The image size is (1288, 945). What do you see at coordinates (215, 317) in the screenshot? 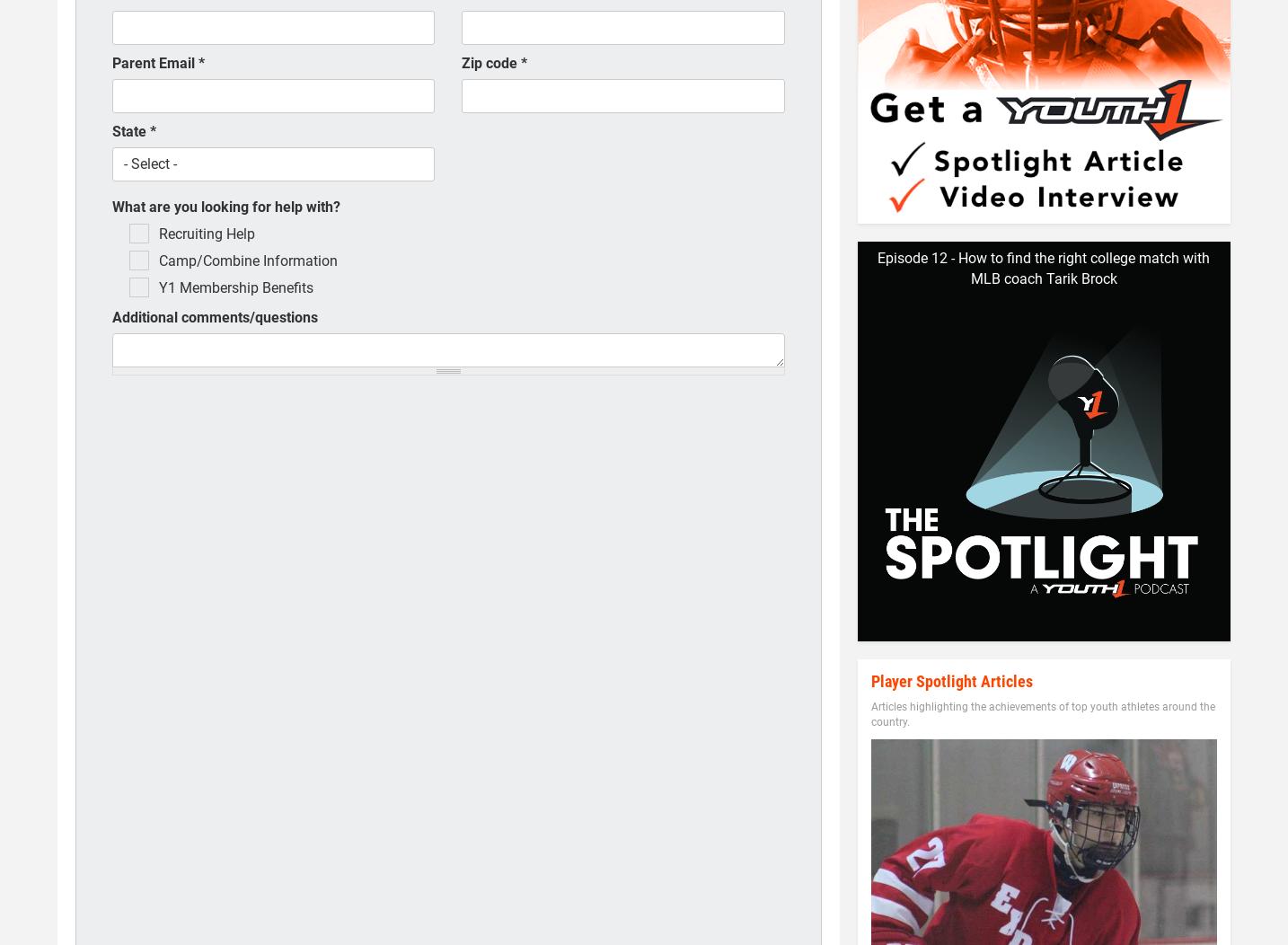
I see `'Additional comments/questions'` at bounding box center [215, 317].